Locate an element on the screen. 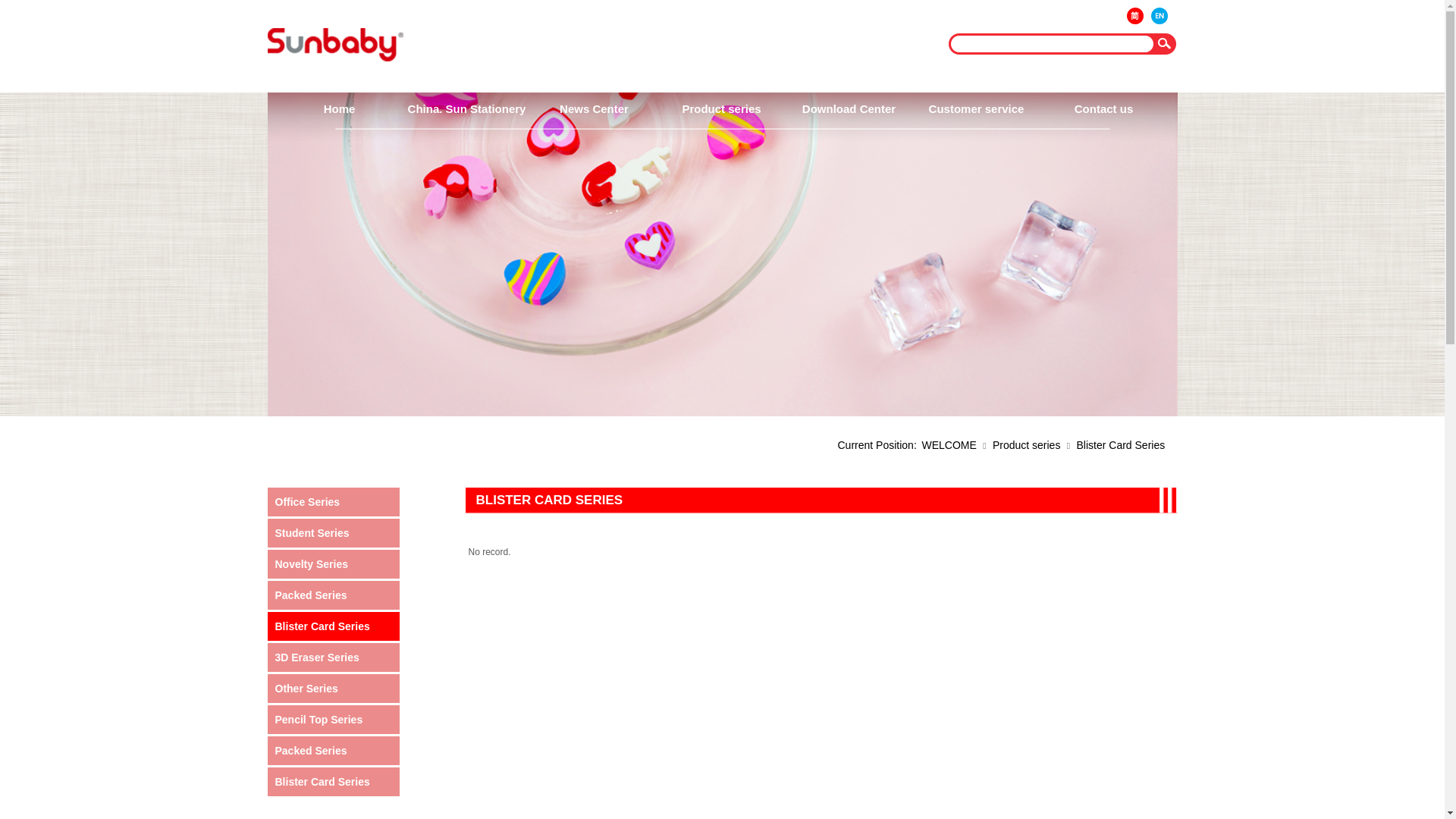 This screenshot has width=1456, height=819. 'Pencil Top Series' is located at coordinates (334, 718).